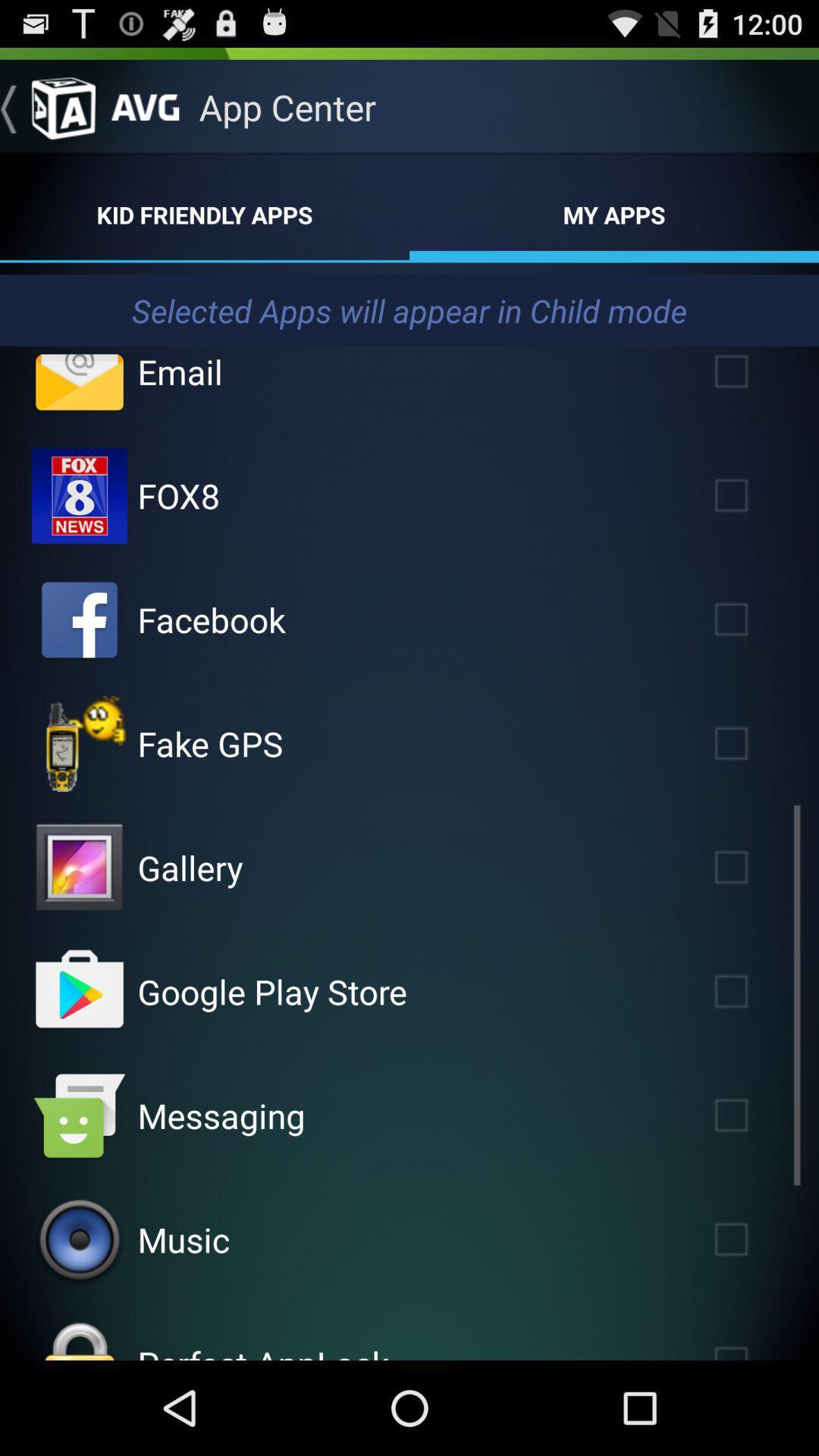 This screenshot has width=819, height=1456. What do you see at coordinates (79, 495) in the screenshot?
I see `fox8` at bounding box center [79, 495].